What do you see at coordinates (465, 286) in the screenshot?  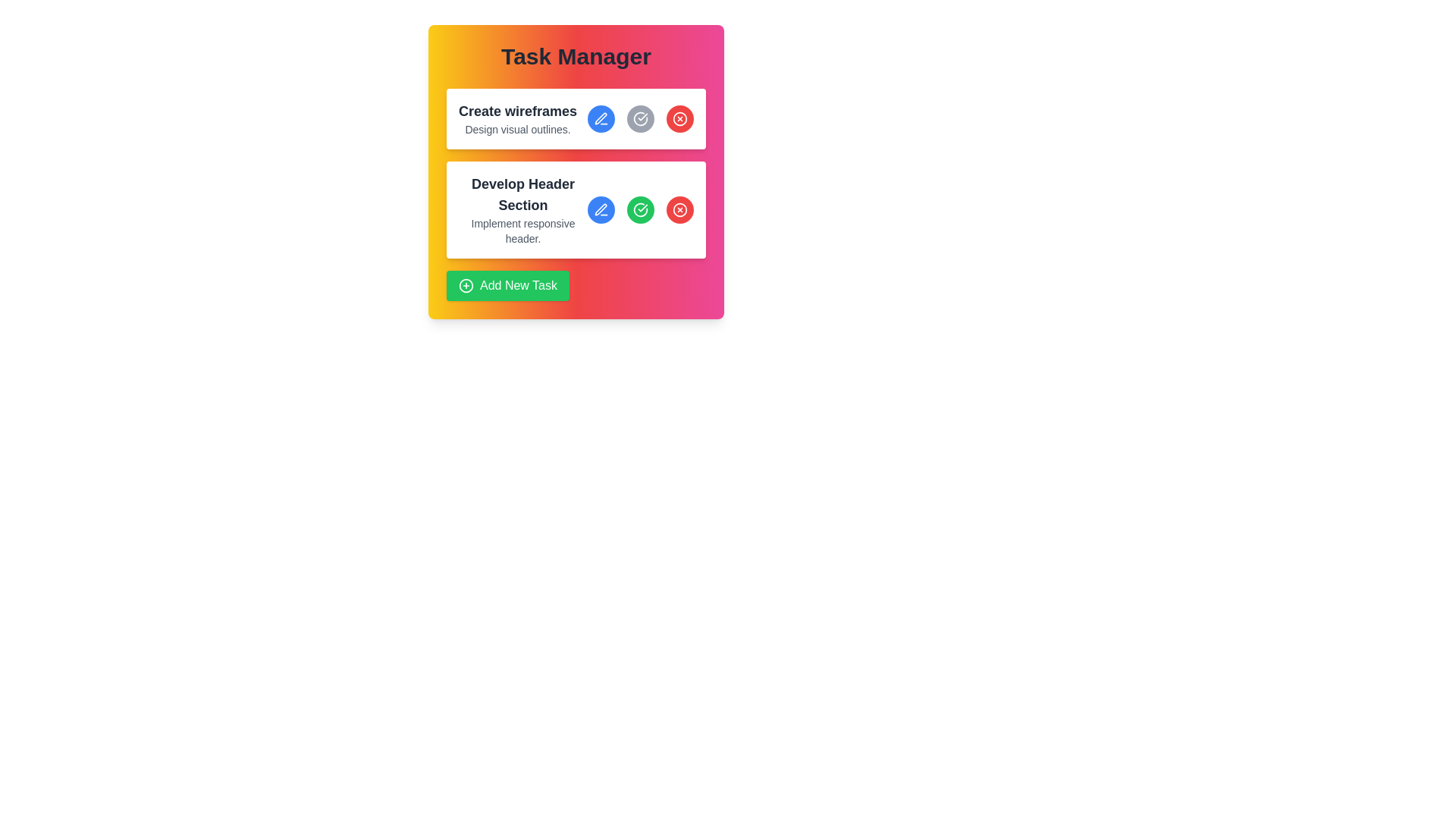 I see `the central circular shape of the 'Add New Task' button in the Task Manager section, which is represented as a circle within a plus symbol SVG icon` at bounding box center [465, 286].